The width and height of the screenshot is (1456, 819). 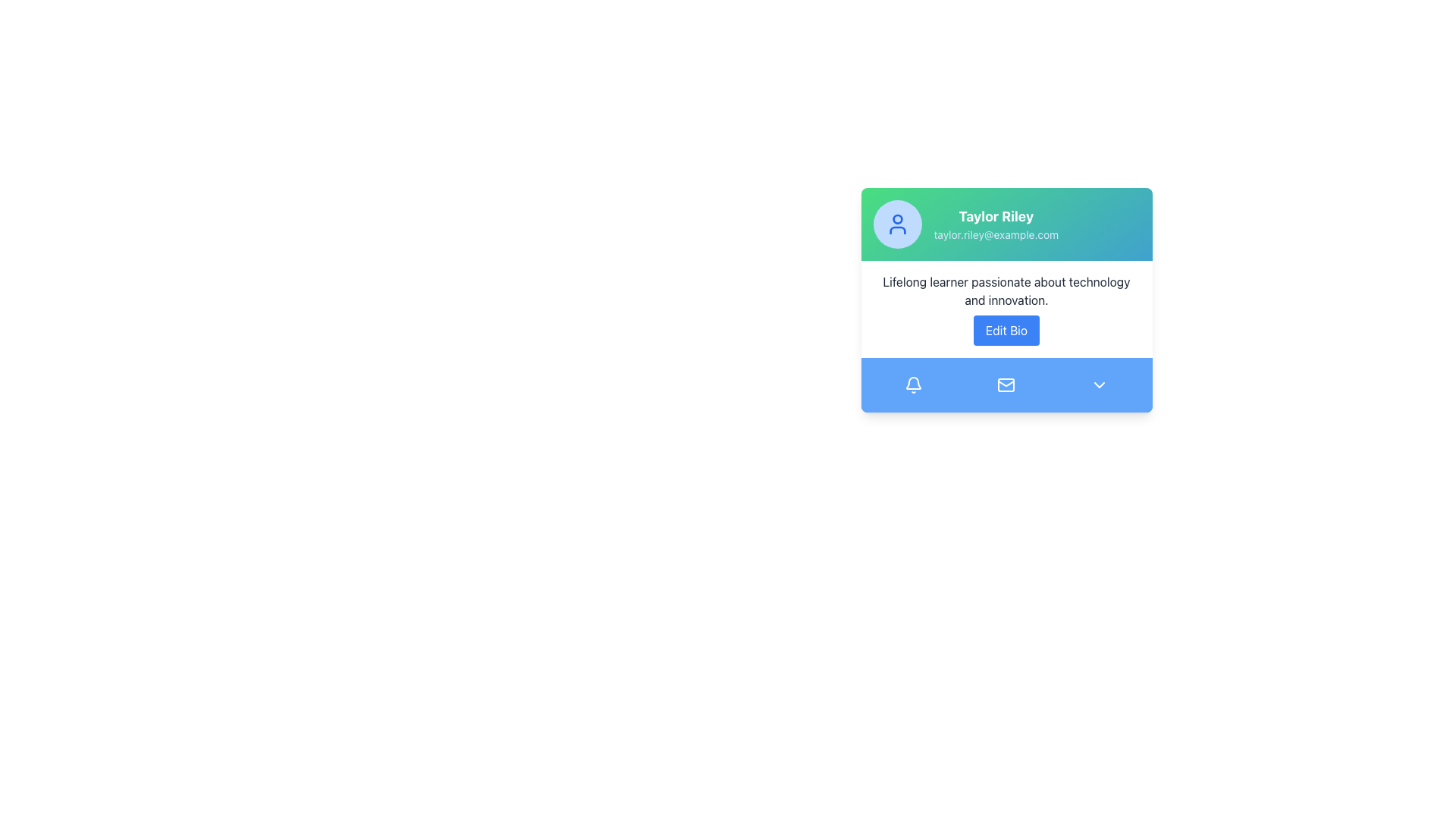 What do you see at coordinates (897, 219) in the screenshot?
I see `the decorative SVG element representing the user's head in the user profile icon, which is centered horizontally in the top section of the card` at bounding box center [897, 219].